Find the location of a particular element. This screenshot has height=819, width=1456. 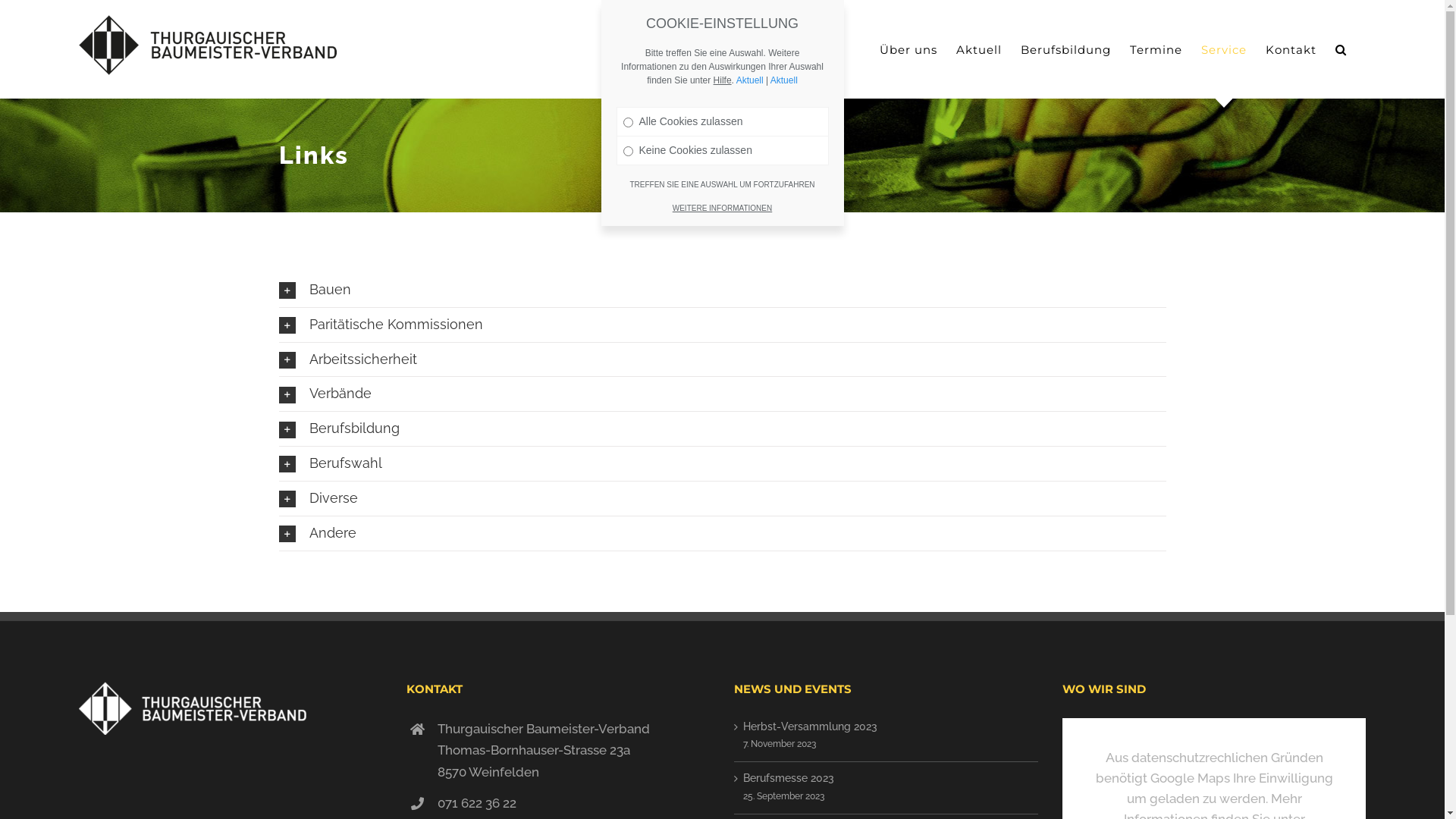

'Termine' is located at coordinates (1129, 49).